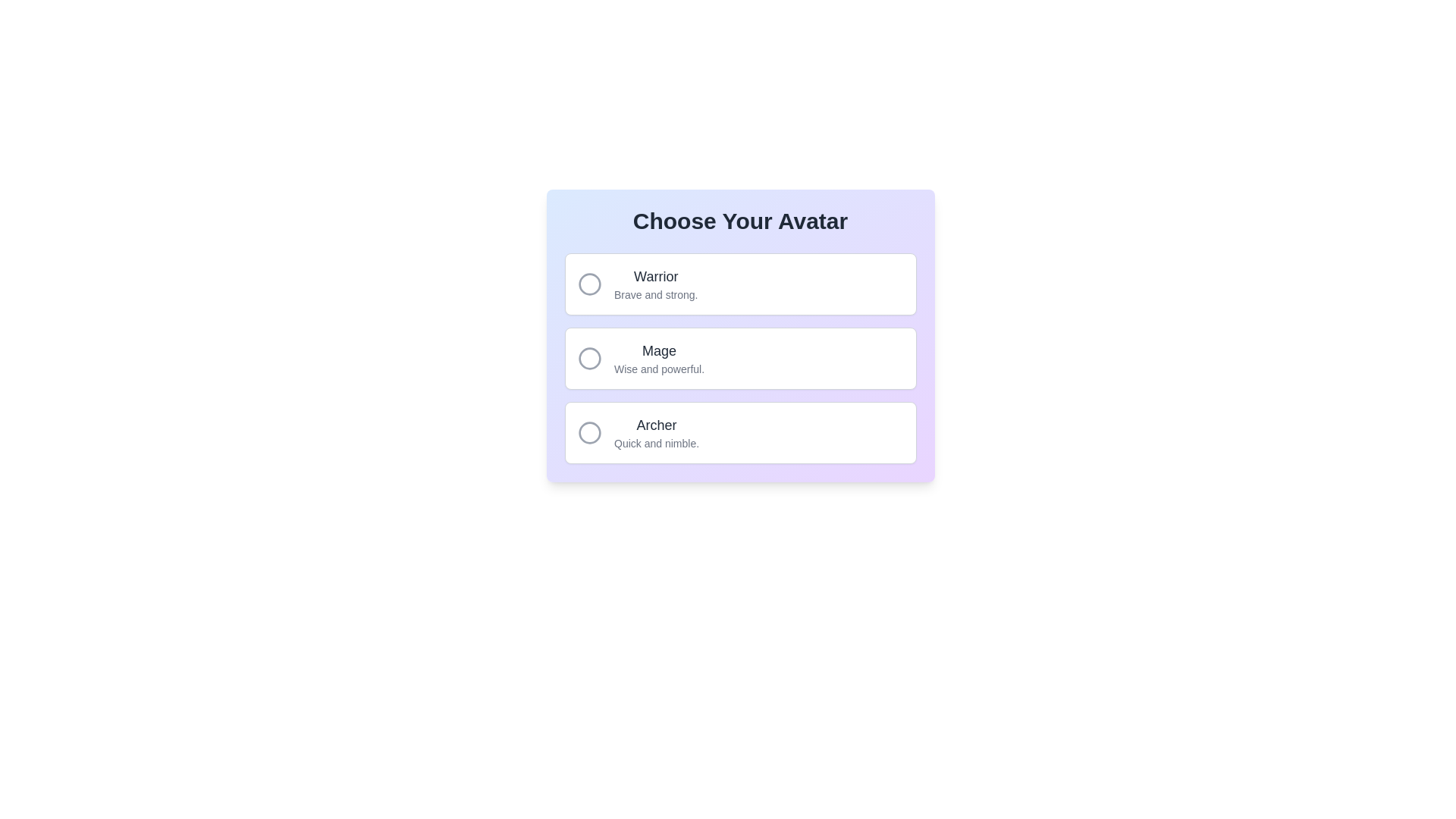  I want to click on the Text Label that serves as a descriptive title for the layout, positioned at the top center of the gradient background panel, so click(740, 221).